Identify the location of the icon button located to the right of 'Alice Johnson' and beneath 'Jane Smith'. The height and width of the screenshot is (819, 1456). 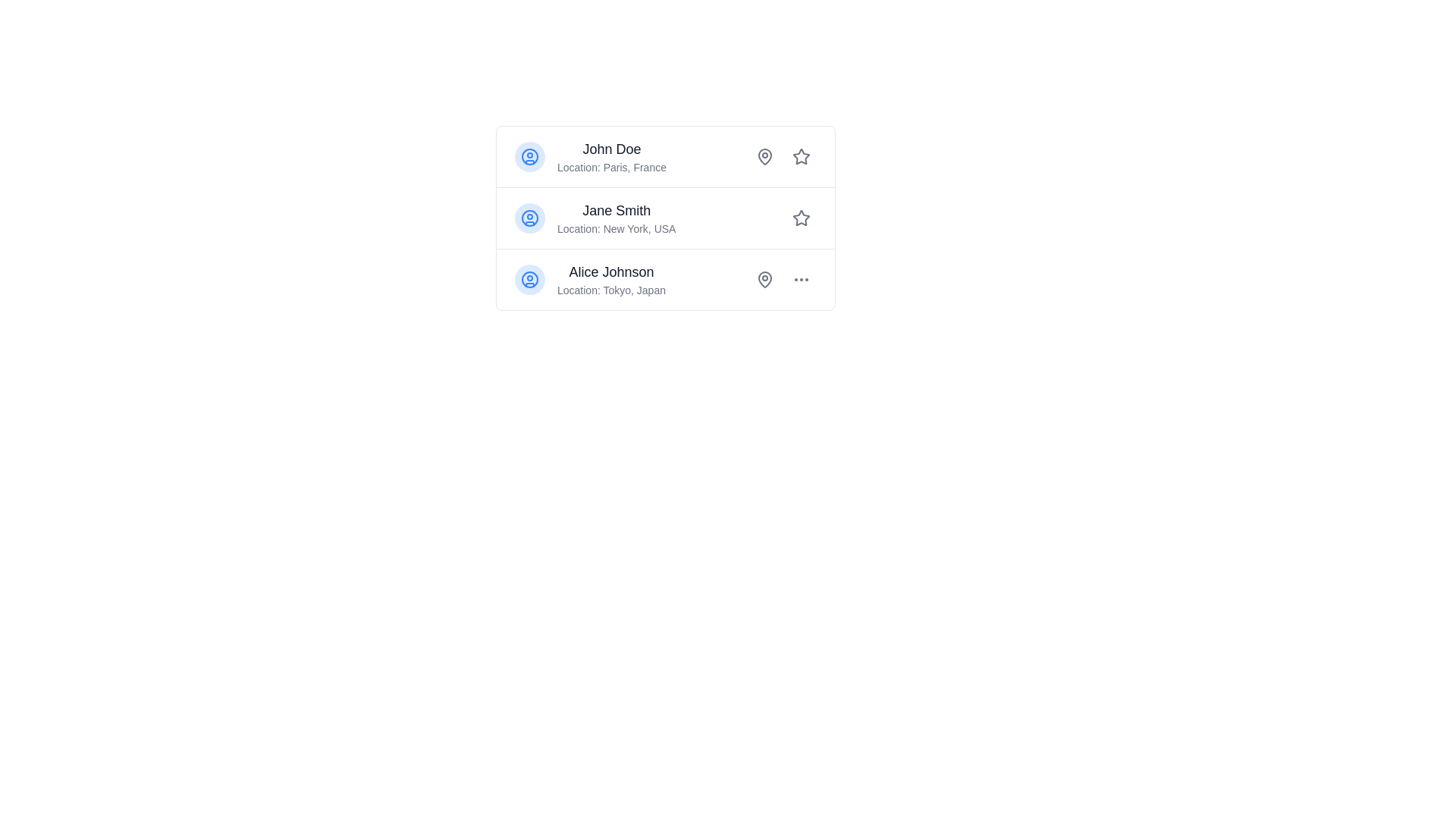
(764, 280).